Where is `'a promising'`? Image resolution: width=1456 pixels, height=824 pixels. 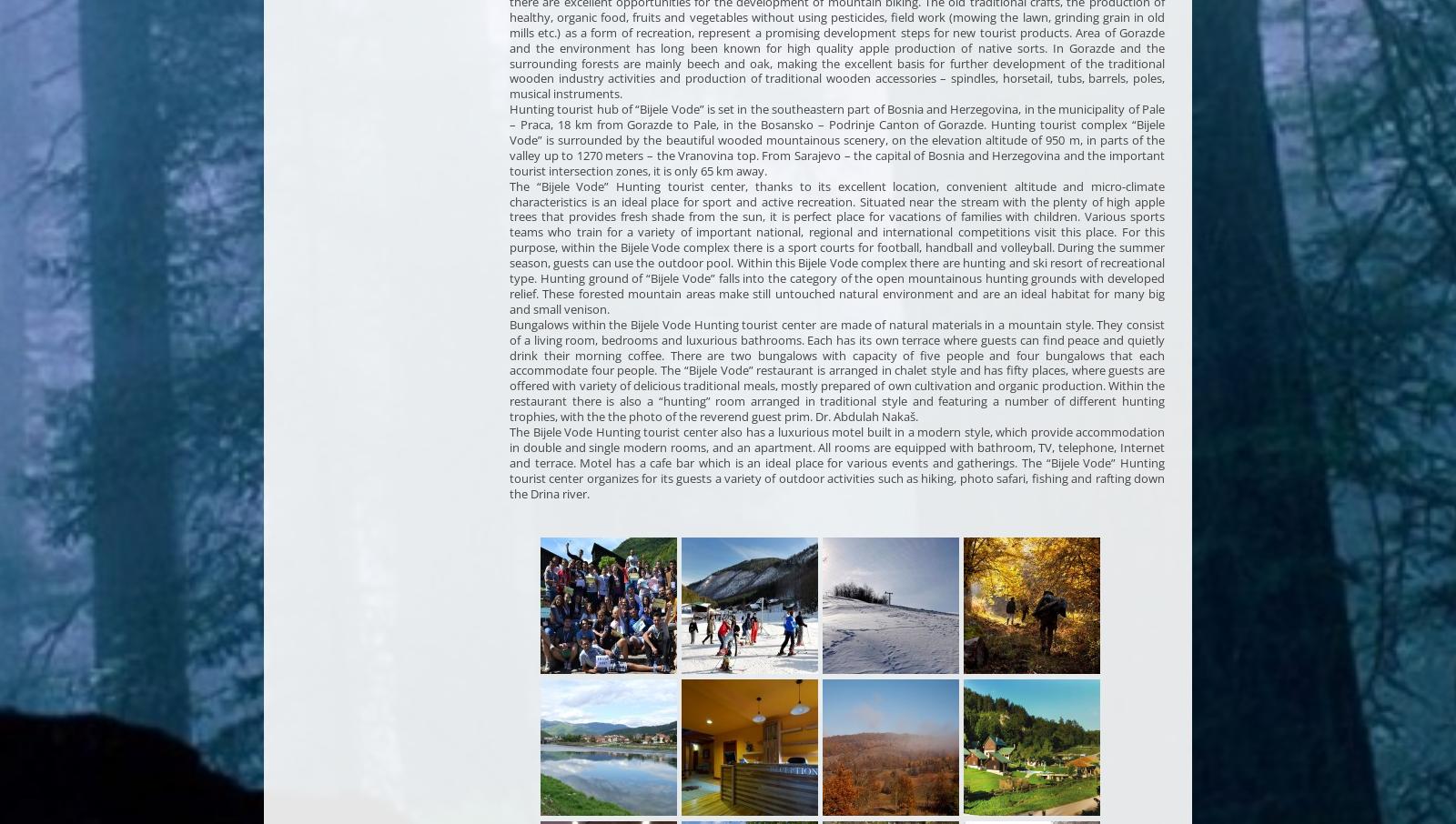
'a promising' is located at coordinates (753, 30).